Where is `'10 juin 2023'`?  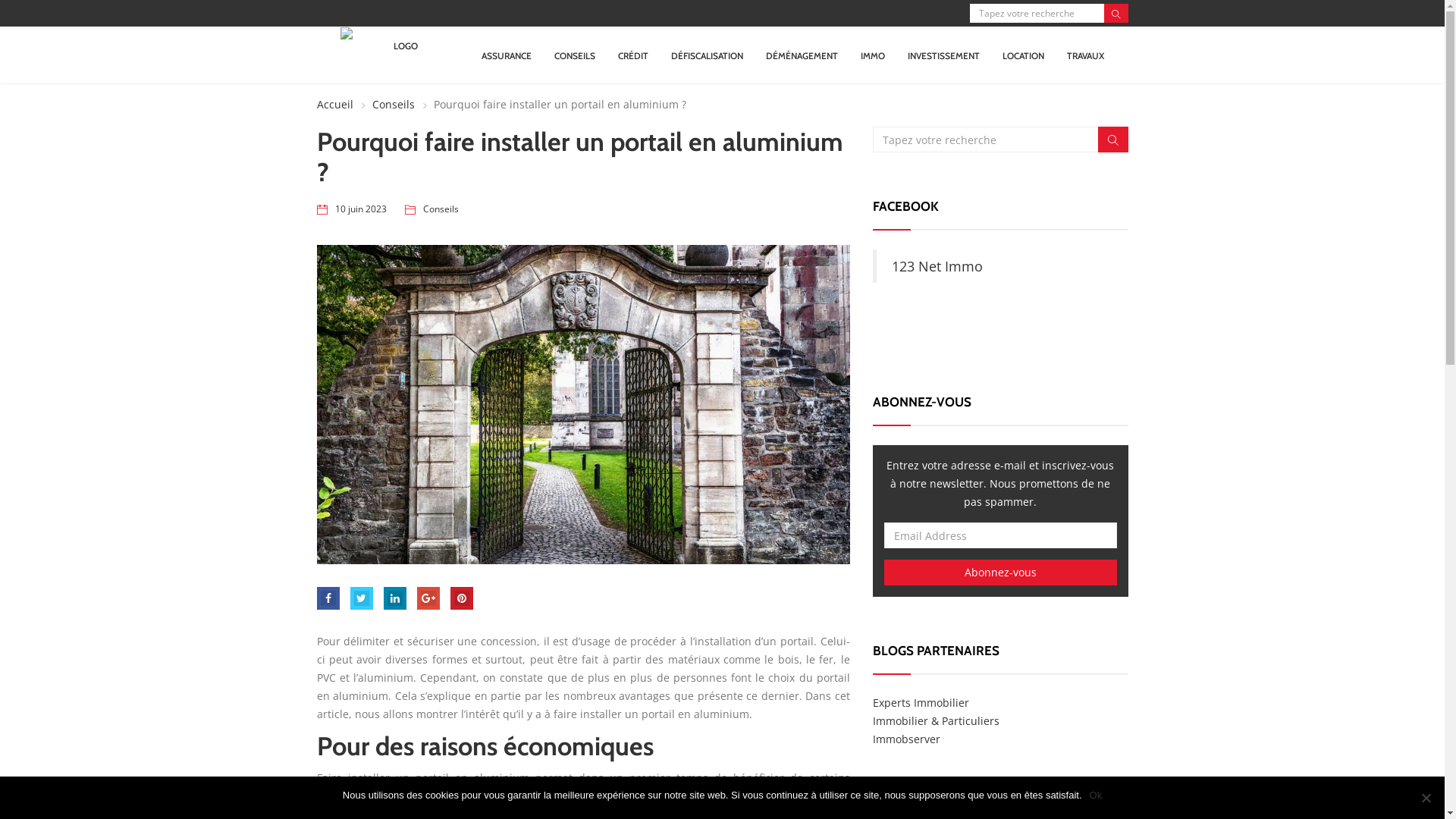
'10 juin 2023' is located at coordinates (359, 209).